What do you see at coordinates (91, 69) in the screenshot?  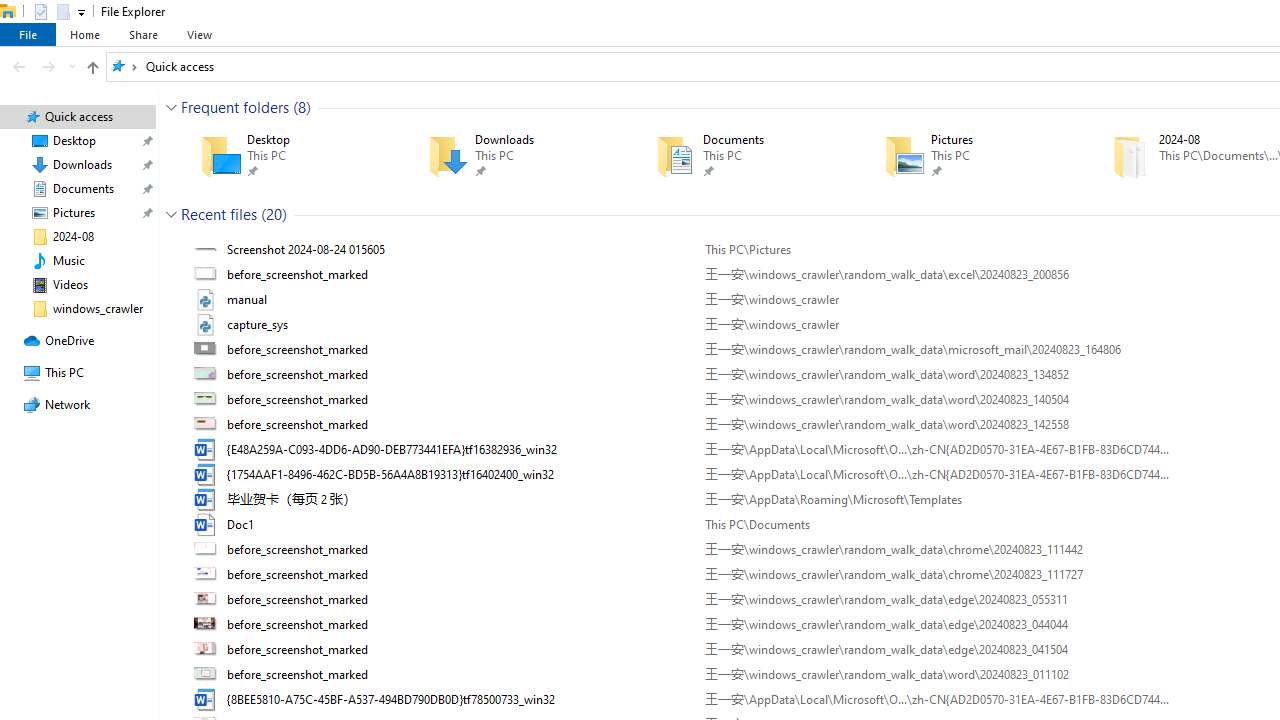 I see `'Up band toolbar'` at bounding box center [91, 69].